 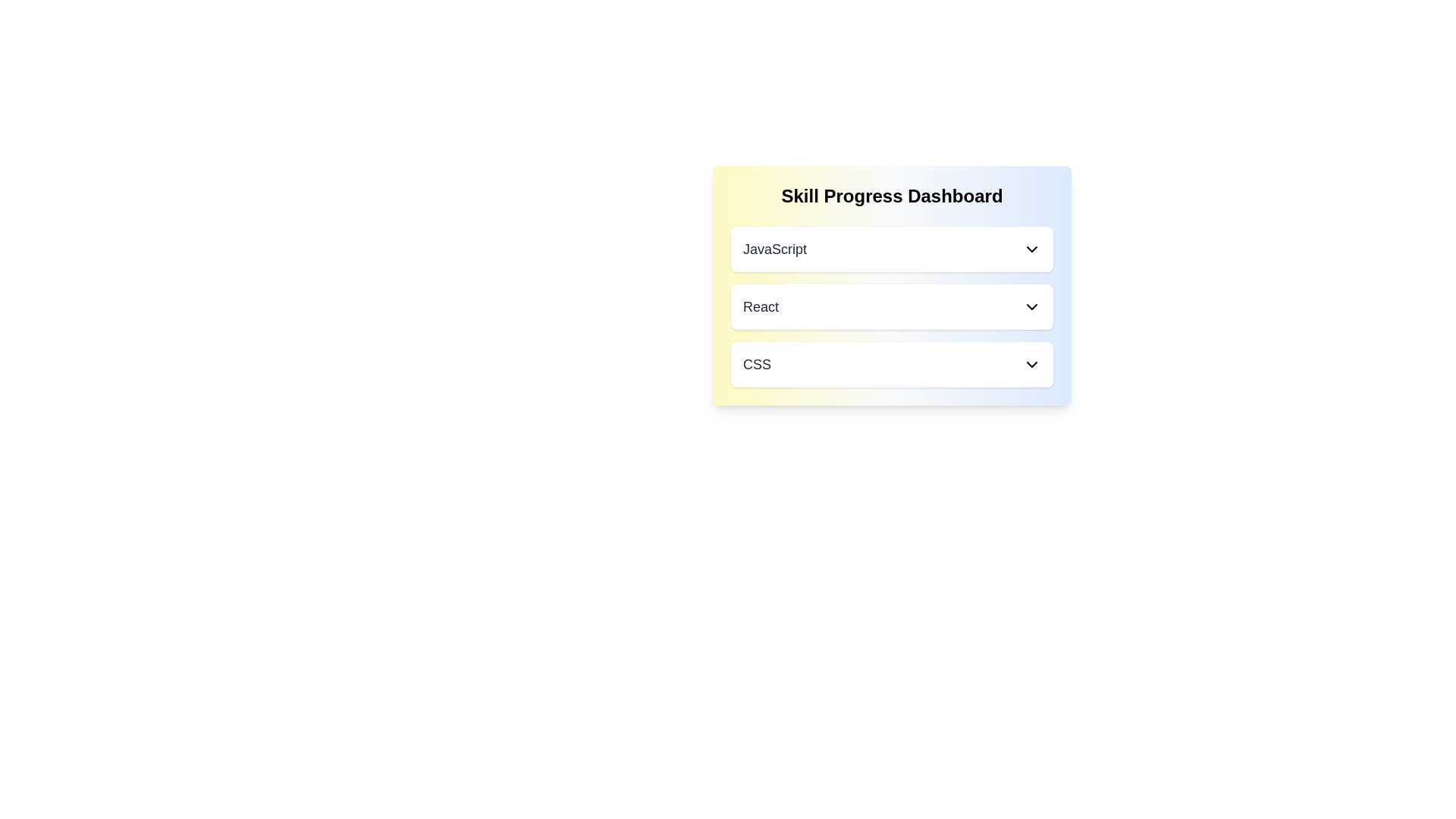 I want to click on the downward-facing chevron icon button located to the right of the 'CSS' label to potentially display a tooltip, so click(x=1031, y=365).